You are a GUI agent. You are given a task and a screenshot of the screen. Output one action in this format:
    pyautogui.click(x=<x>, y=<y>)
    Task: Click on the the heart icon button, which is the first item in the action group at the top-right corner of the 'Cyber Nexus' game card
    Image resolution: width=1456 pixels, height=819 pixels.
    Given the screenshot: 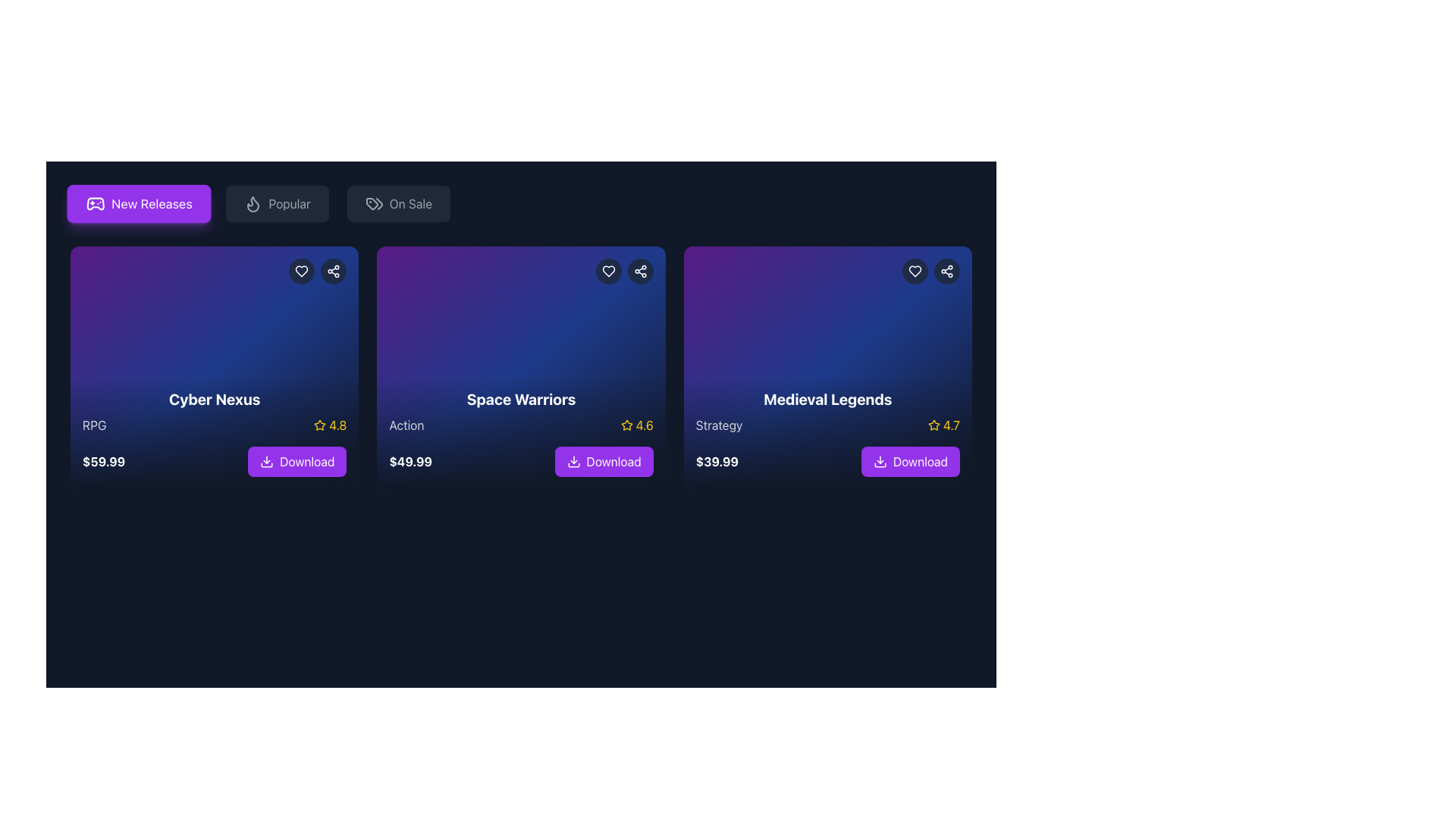 What is the action you would take?
    pyautogui.click(x=302, y=271)
    